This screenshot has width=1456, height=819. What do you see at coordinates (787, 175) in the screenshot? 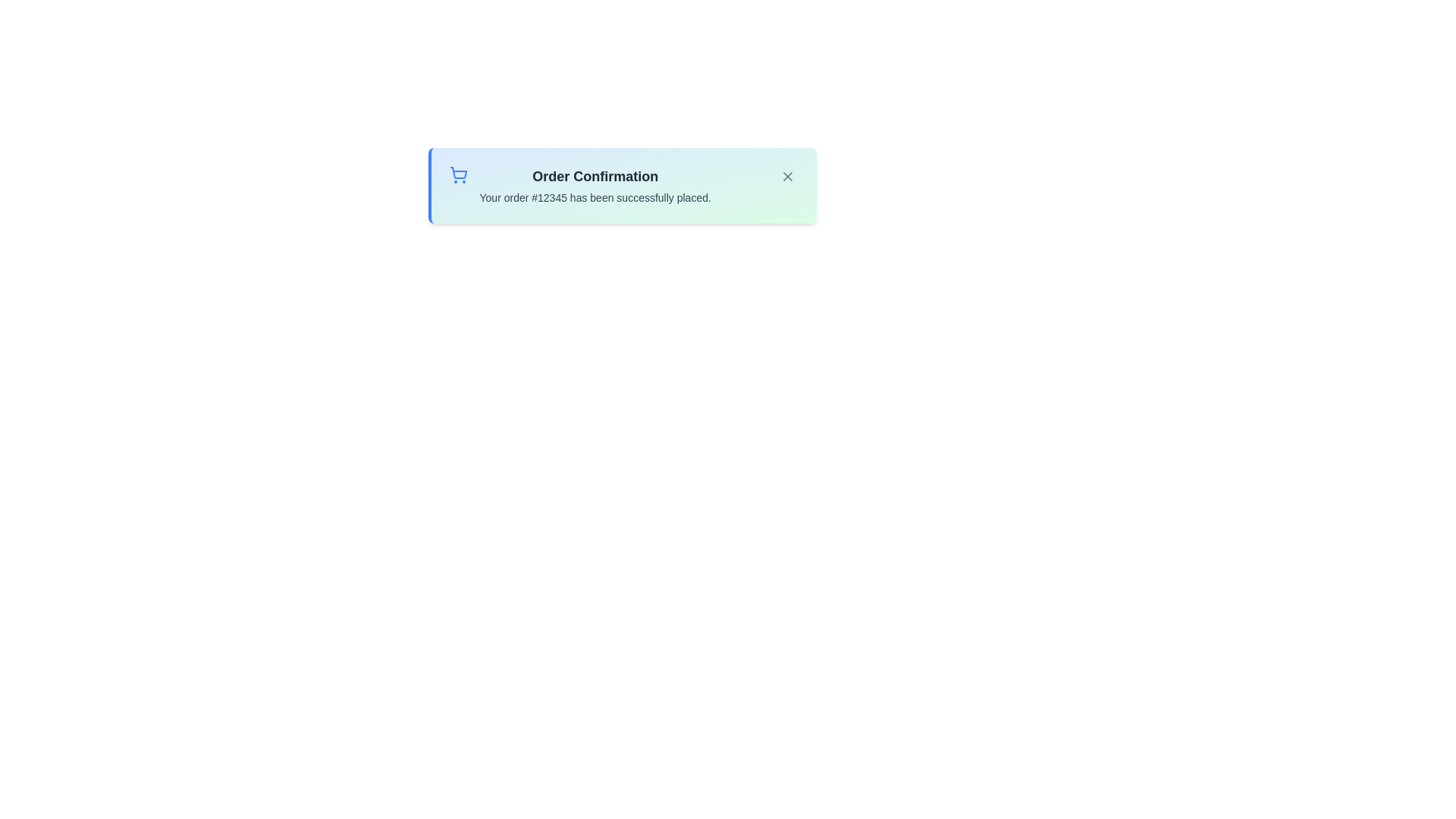
I see `the close button to dismiss the alert` at bounding box center [787, 175].